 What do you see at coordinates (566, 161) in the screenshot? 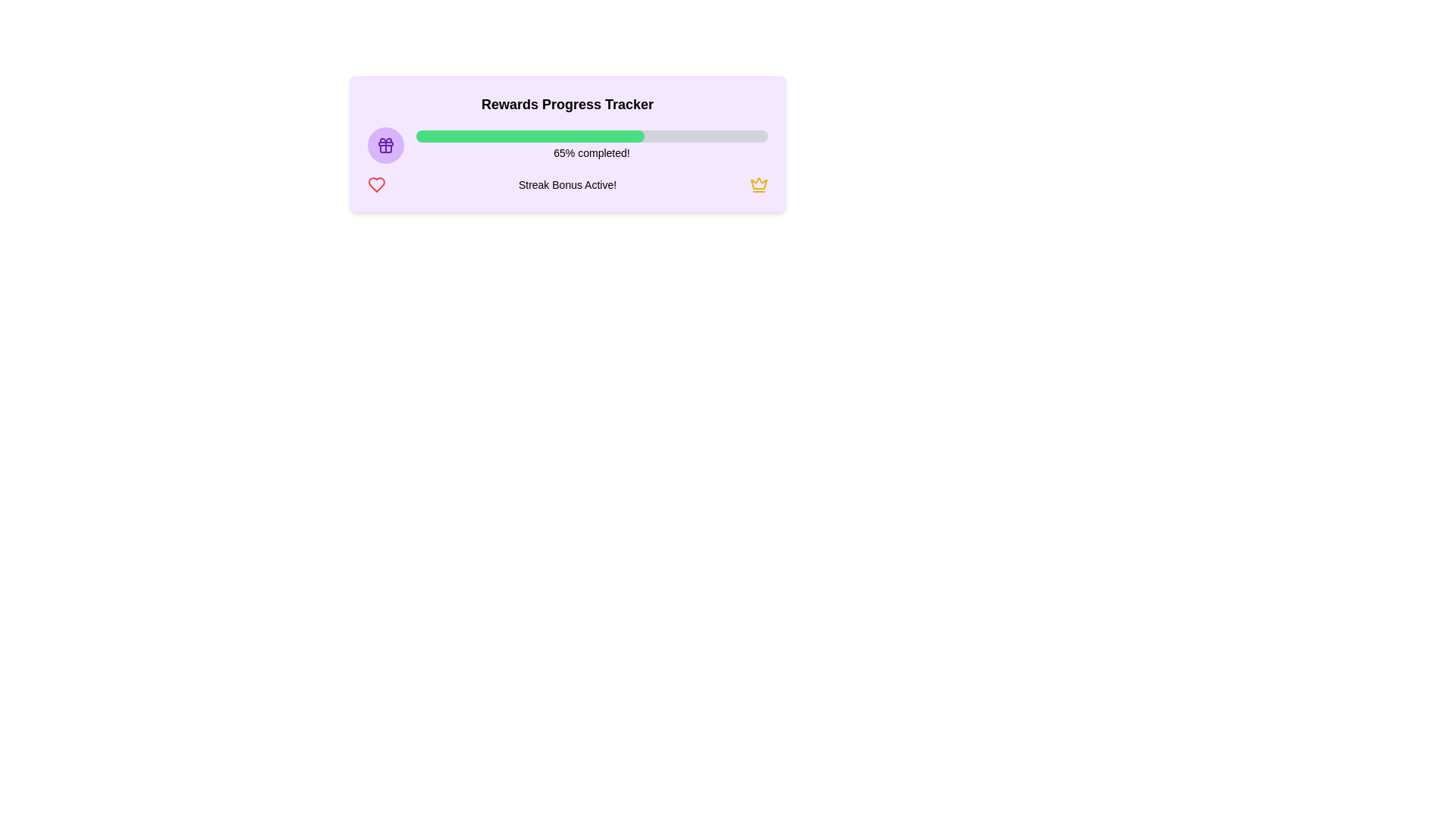
I see `the Informative progress tracker section that displays '65% completed!' and 'Streak Bonus Active!' with a green progress bar, purple gift icon on the left, and golden crown icon on the right` at bounding box center [566, 161].